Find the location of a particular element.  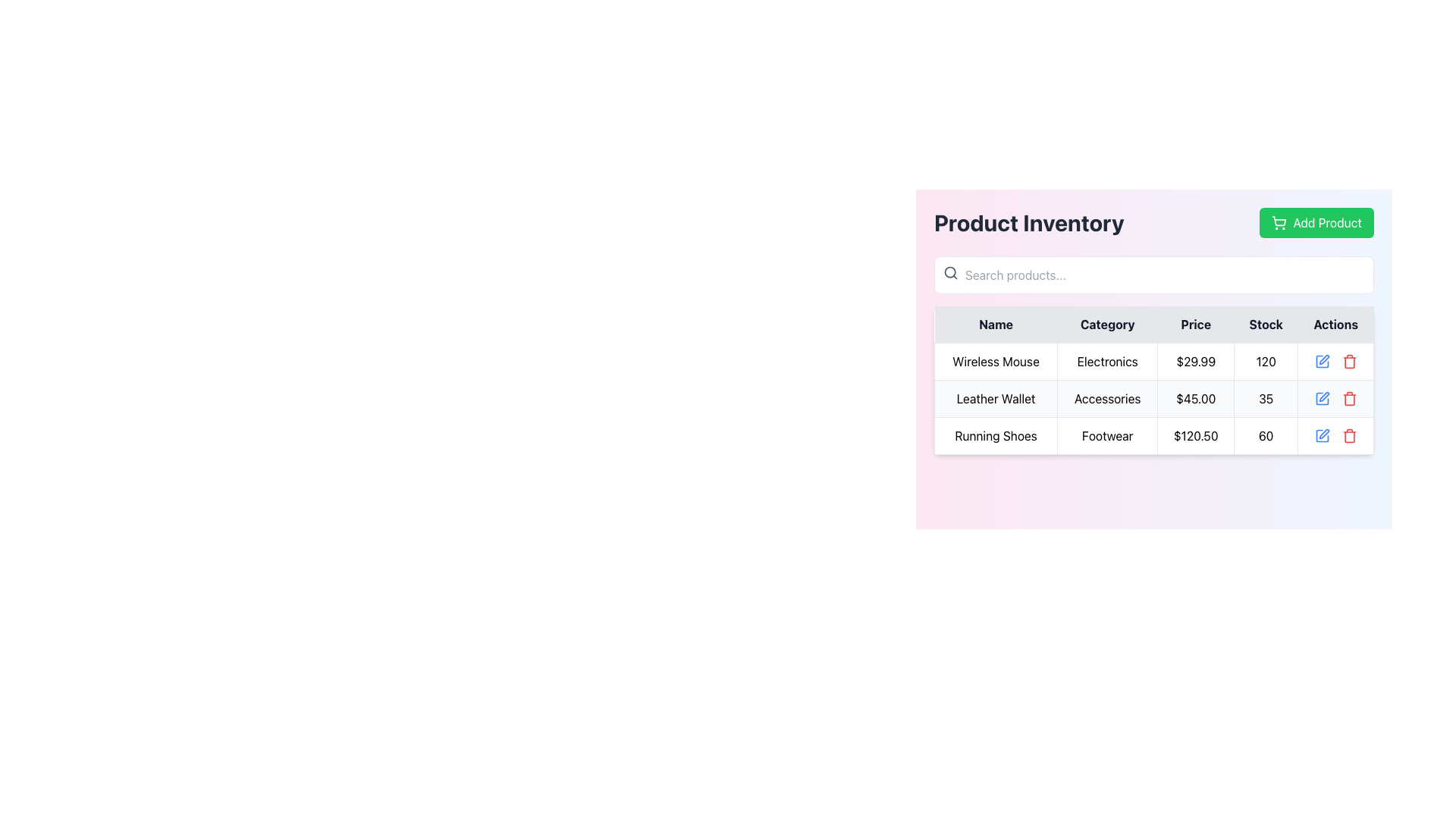

the red-colored trash can icon in the 'Actions' column of the table aligned with the 'Wireless Mouse' row is located at coordinates (1349, 362).